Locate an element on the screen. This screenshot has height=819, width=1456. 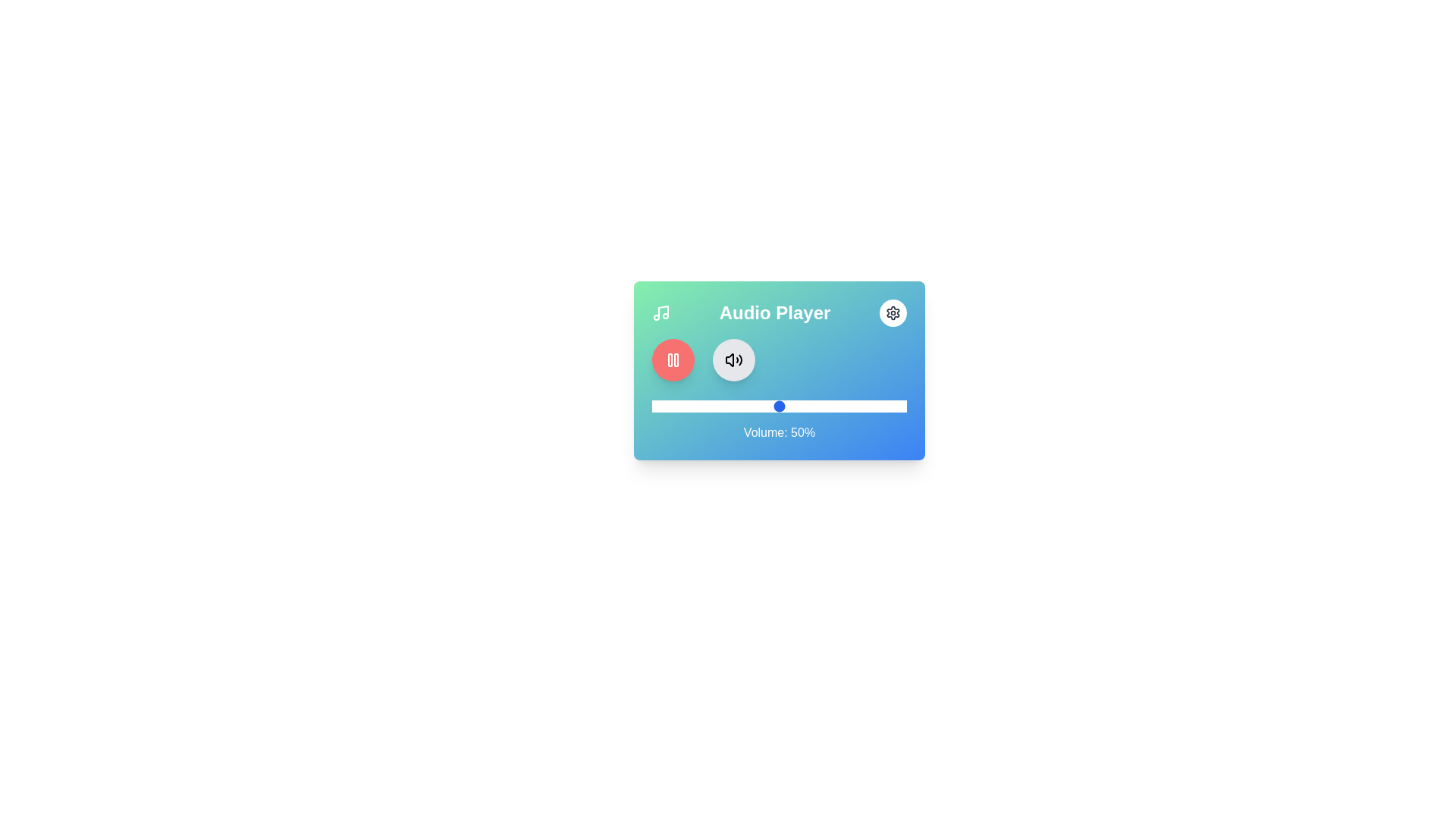
the right vertical rectangle of the pause icon within the media player control panel to potentially display a tooltip is located at coordinates (676, 359).